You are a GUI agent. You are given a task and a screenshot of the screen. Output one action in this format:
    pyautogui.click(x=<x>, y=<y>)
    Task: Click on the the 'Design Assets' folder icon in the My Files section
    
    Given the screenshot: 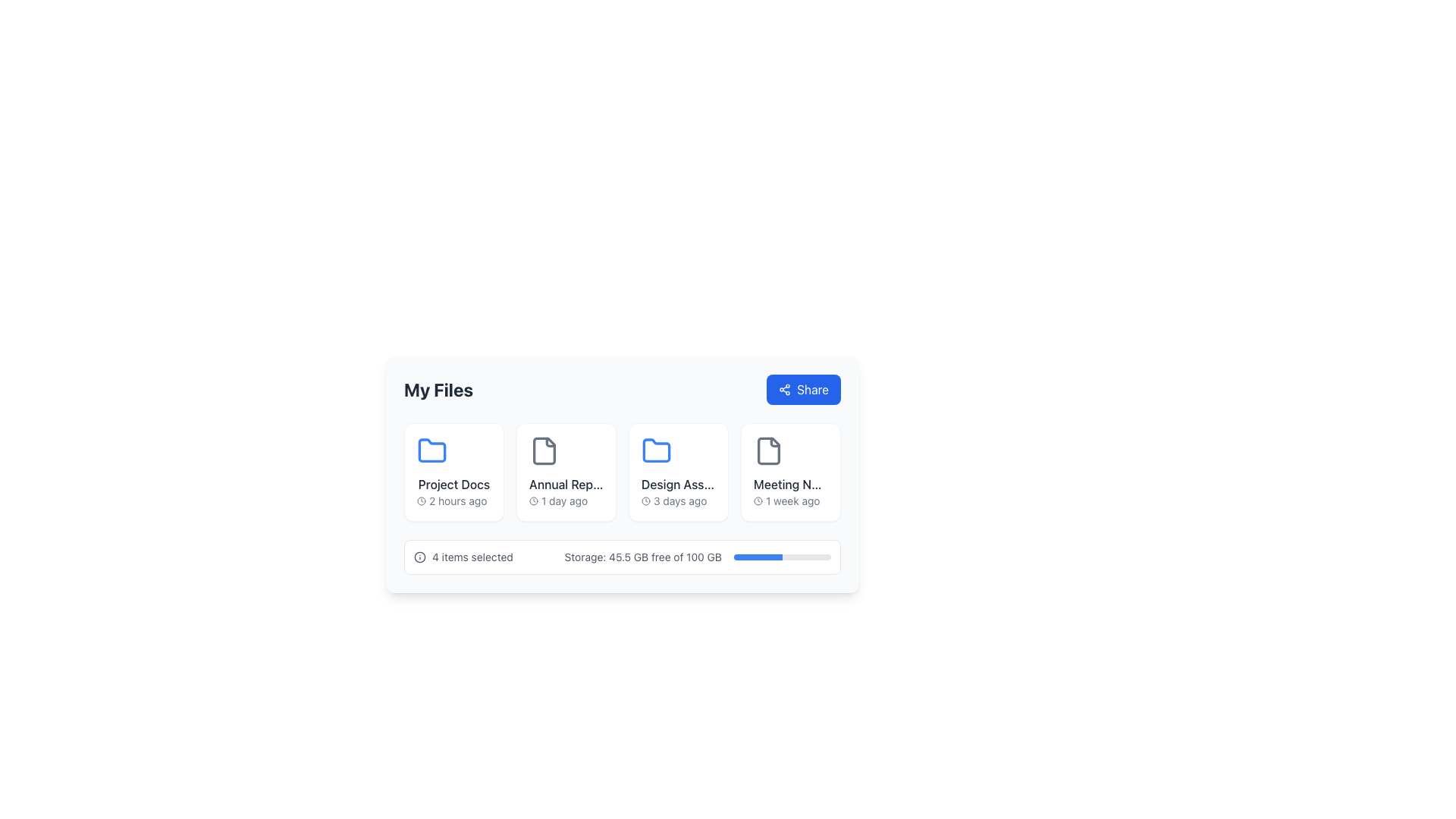 What is the action you would take?
    pyautogui.click(x=677, y=472)
    